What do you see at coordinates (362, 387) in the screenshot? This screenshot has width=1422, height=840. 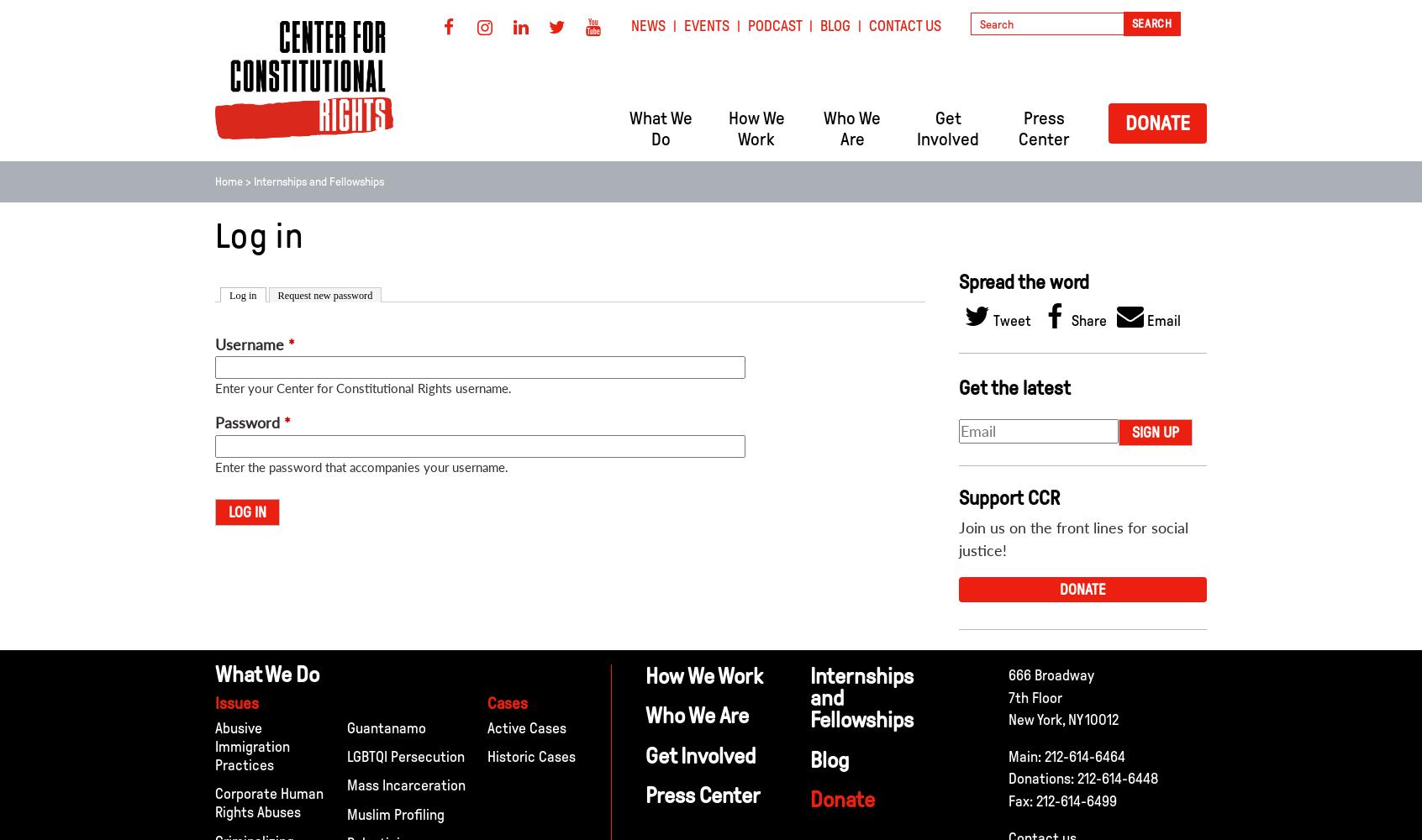 I see `'Enter your Center for Constitutional Rights username.'` at bounding box center [362, 387].